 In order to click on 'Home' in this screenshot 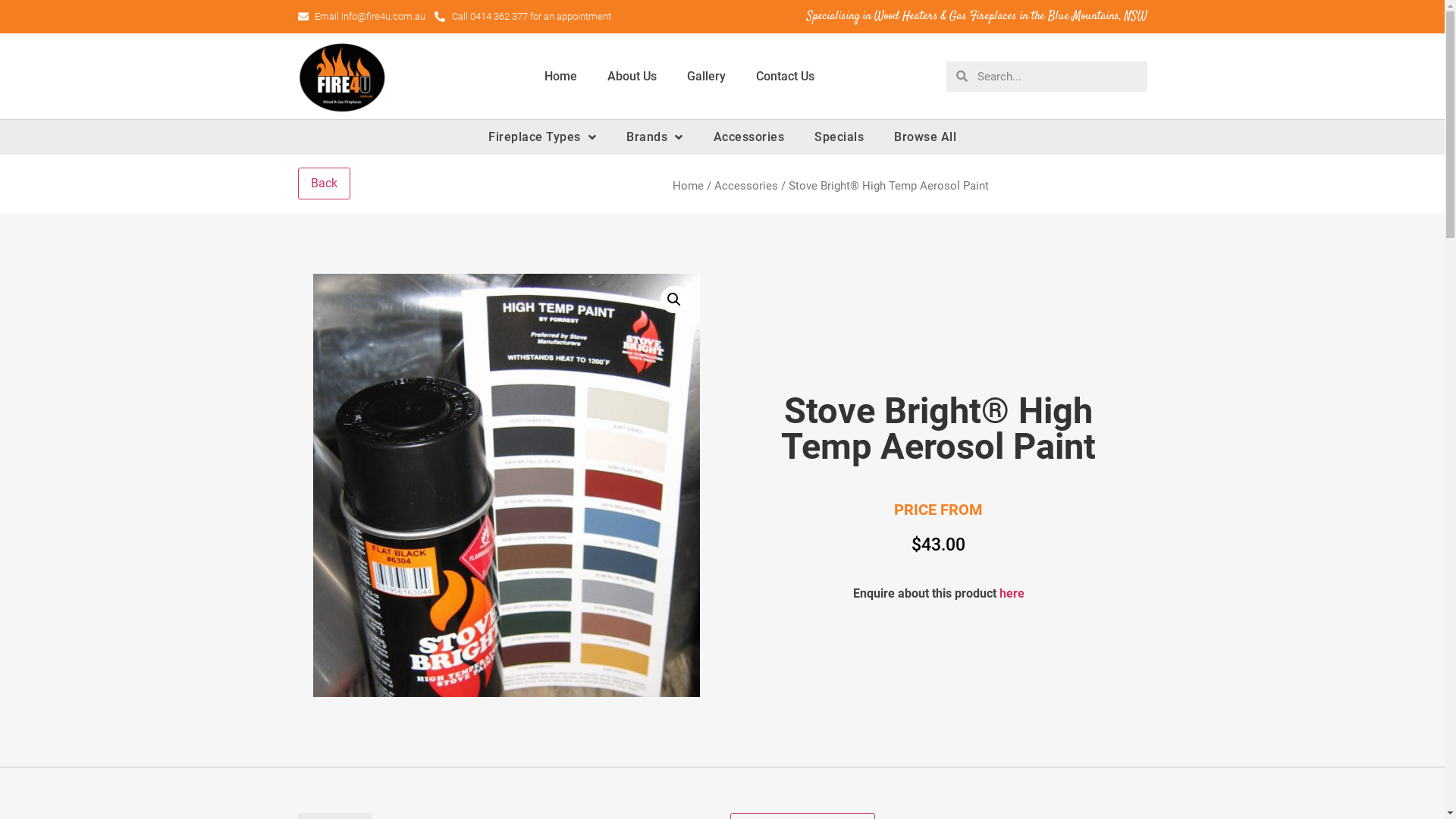, I will do `click(686, 185)`.